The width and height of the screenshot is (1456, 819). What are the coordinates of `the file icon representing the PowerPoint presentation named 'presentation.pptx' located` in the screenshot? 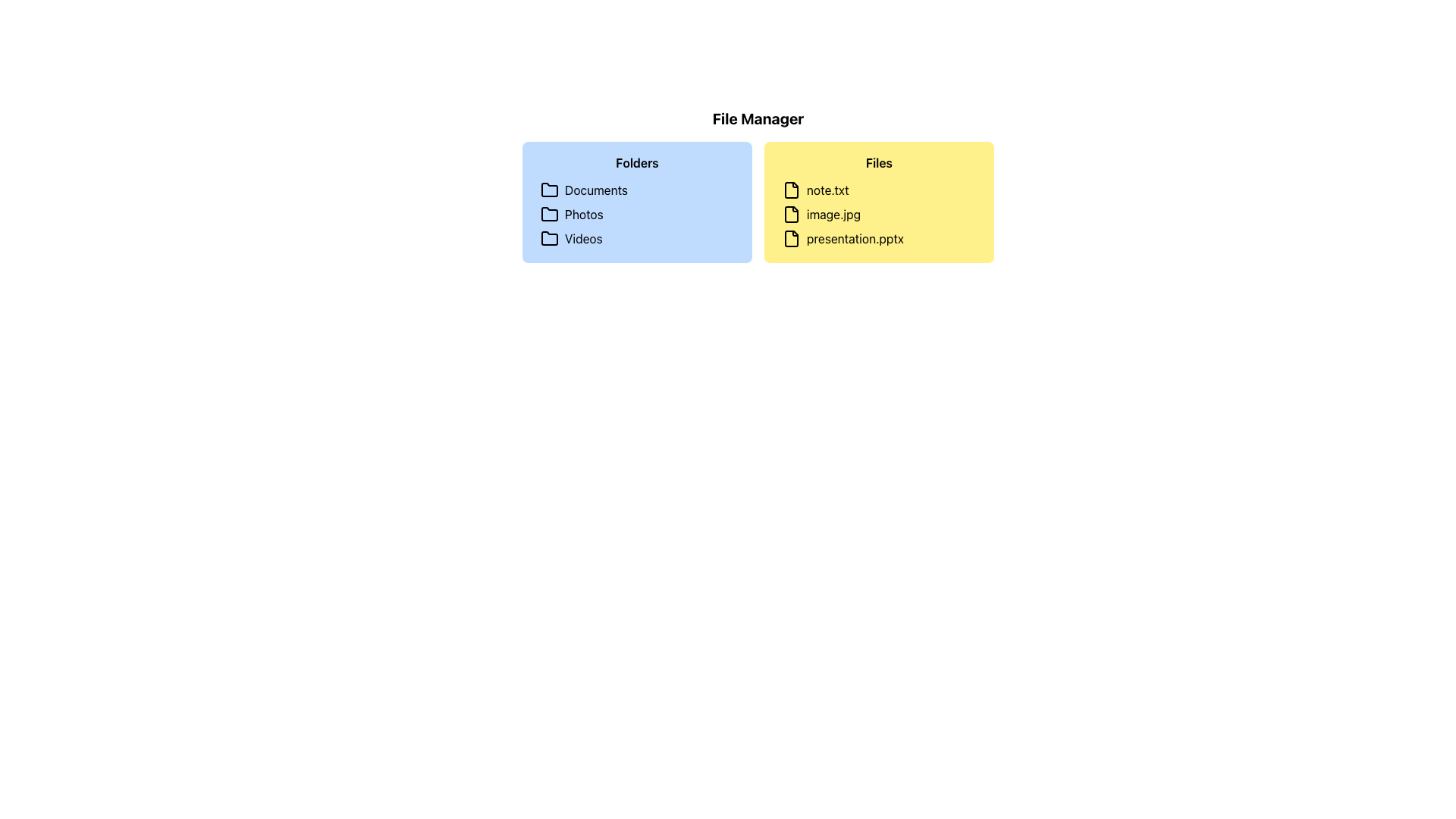 It's located at (790, 239).